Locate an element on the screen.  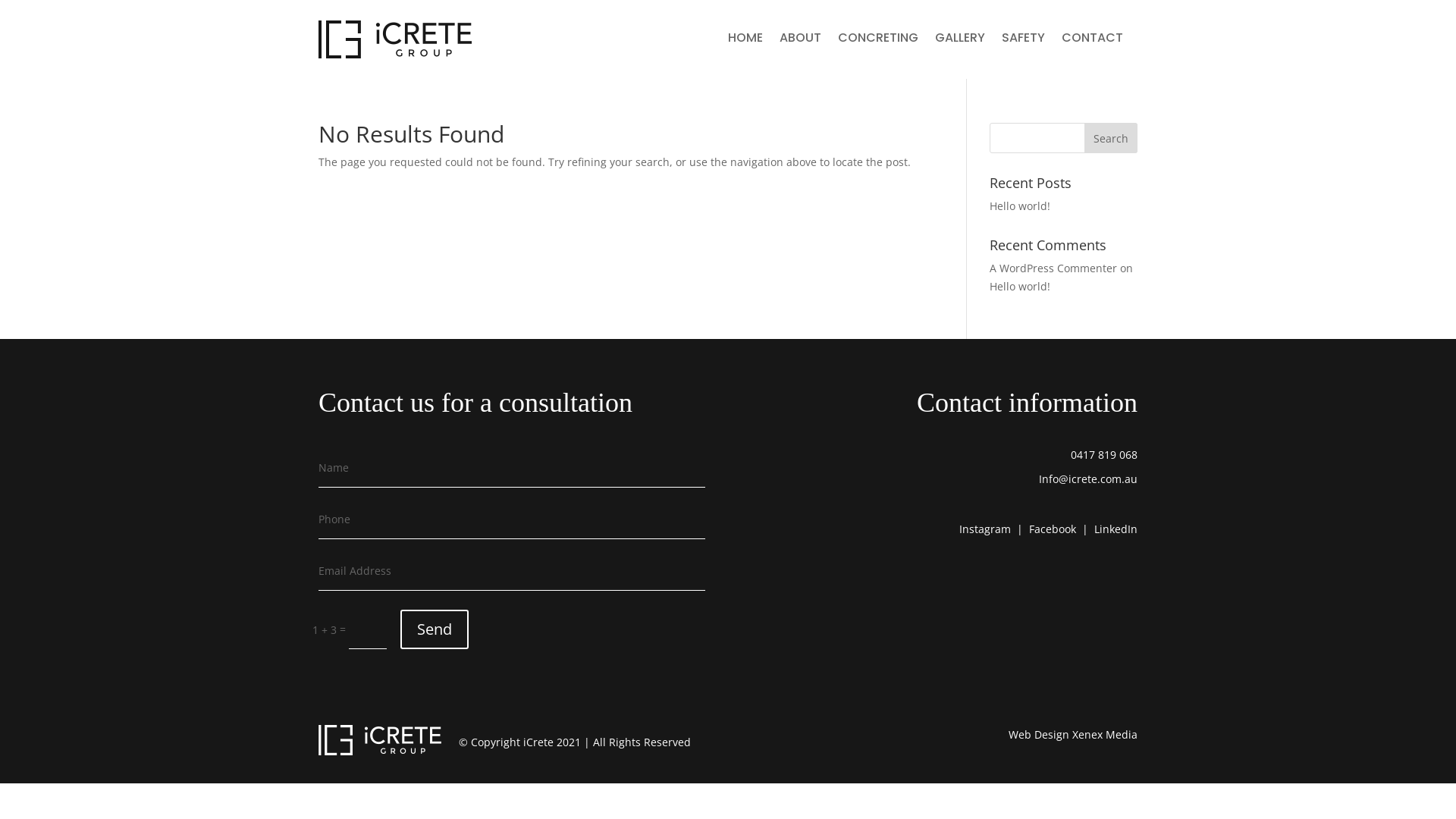
'ABOUT' is located at coordinates (799, 40).